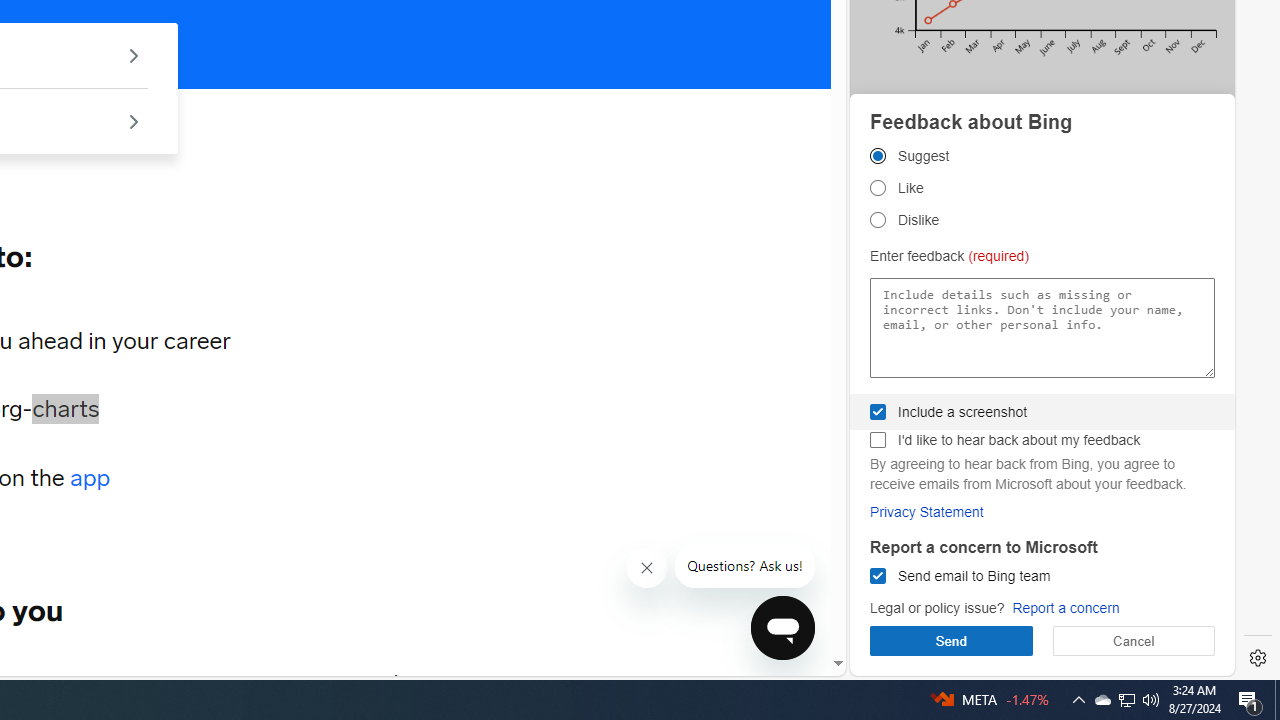 The height and width of the screenshot is (720, 1280). I want to click on 'Open messaging window', so click(782, 627).